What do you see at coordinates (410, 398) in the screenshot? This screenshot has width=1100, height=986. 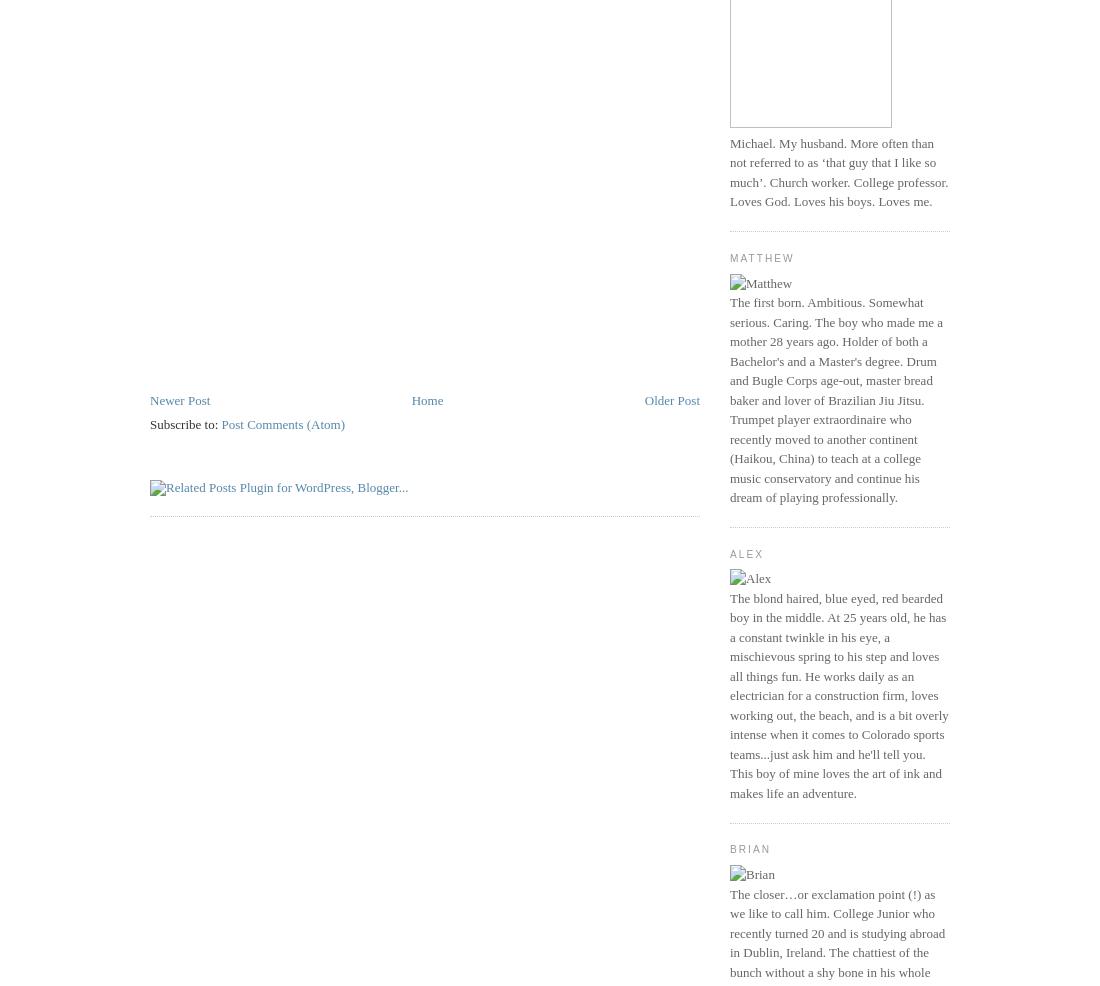 I see `'Home'` at bounding box center [410, 398].